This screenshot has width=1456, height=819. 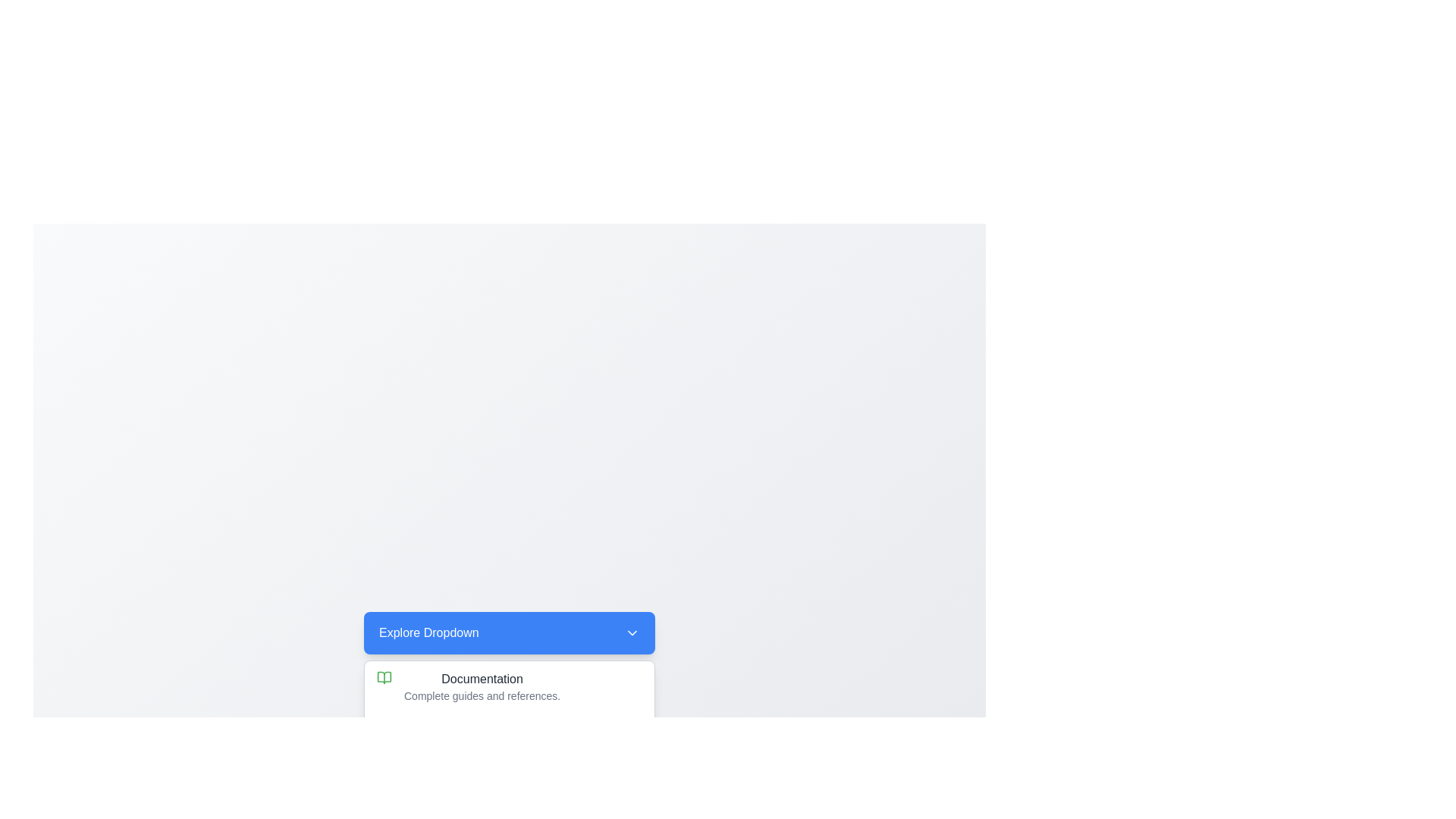 What do you see at coordinates (384, 677) in the screenshot?
I see `the green open book icon, which is located on the left side of the horizontal layout that includes 'Documentation' and 'Complete guides and references.'` at bounding box center [384, 677].